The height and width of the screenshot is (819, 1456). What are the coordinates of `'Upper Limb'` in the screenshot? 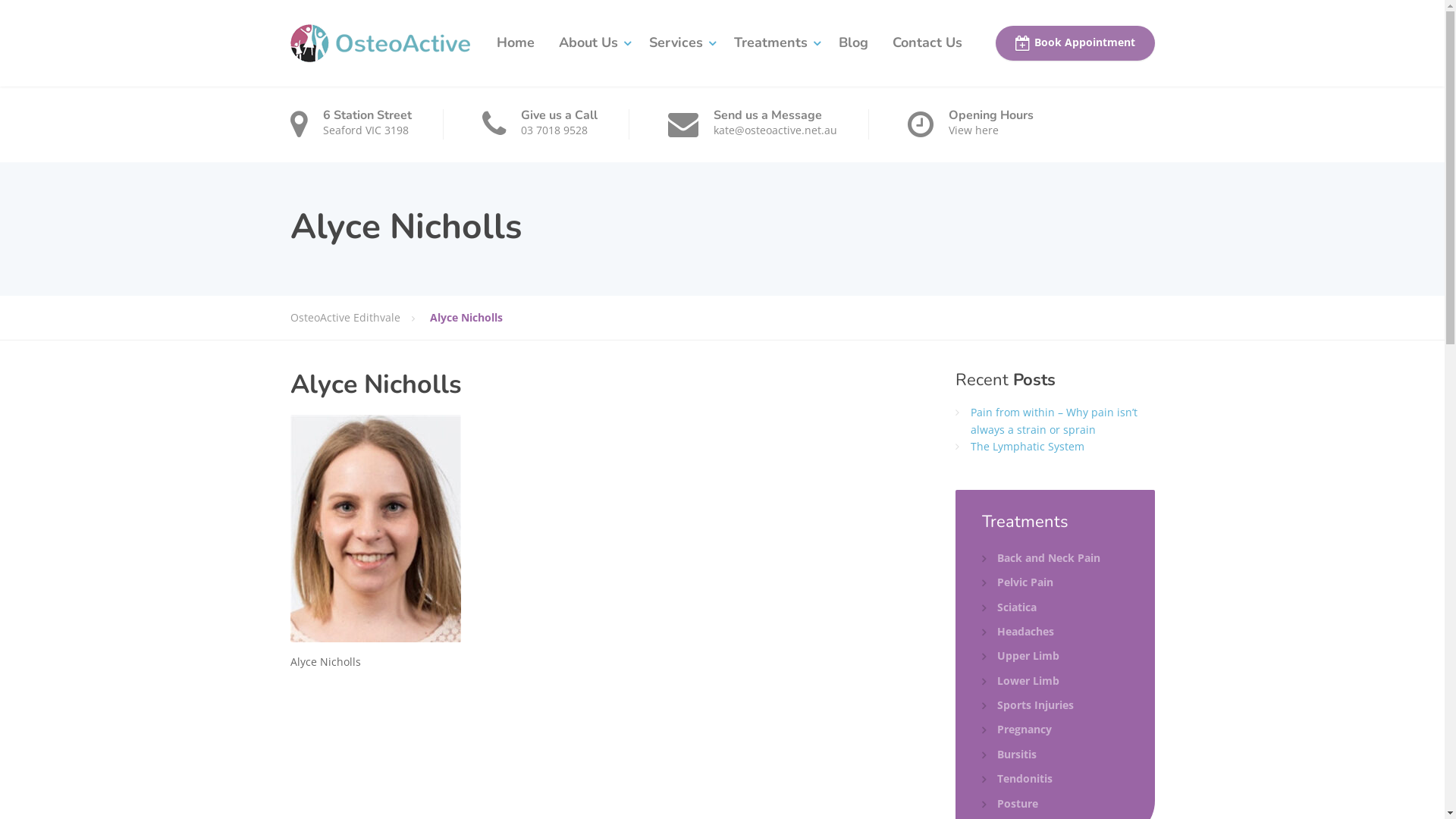 It's located at (1020, 654).